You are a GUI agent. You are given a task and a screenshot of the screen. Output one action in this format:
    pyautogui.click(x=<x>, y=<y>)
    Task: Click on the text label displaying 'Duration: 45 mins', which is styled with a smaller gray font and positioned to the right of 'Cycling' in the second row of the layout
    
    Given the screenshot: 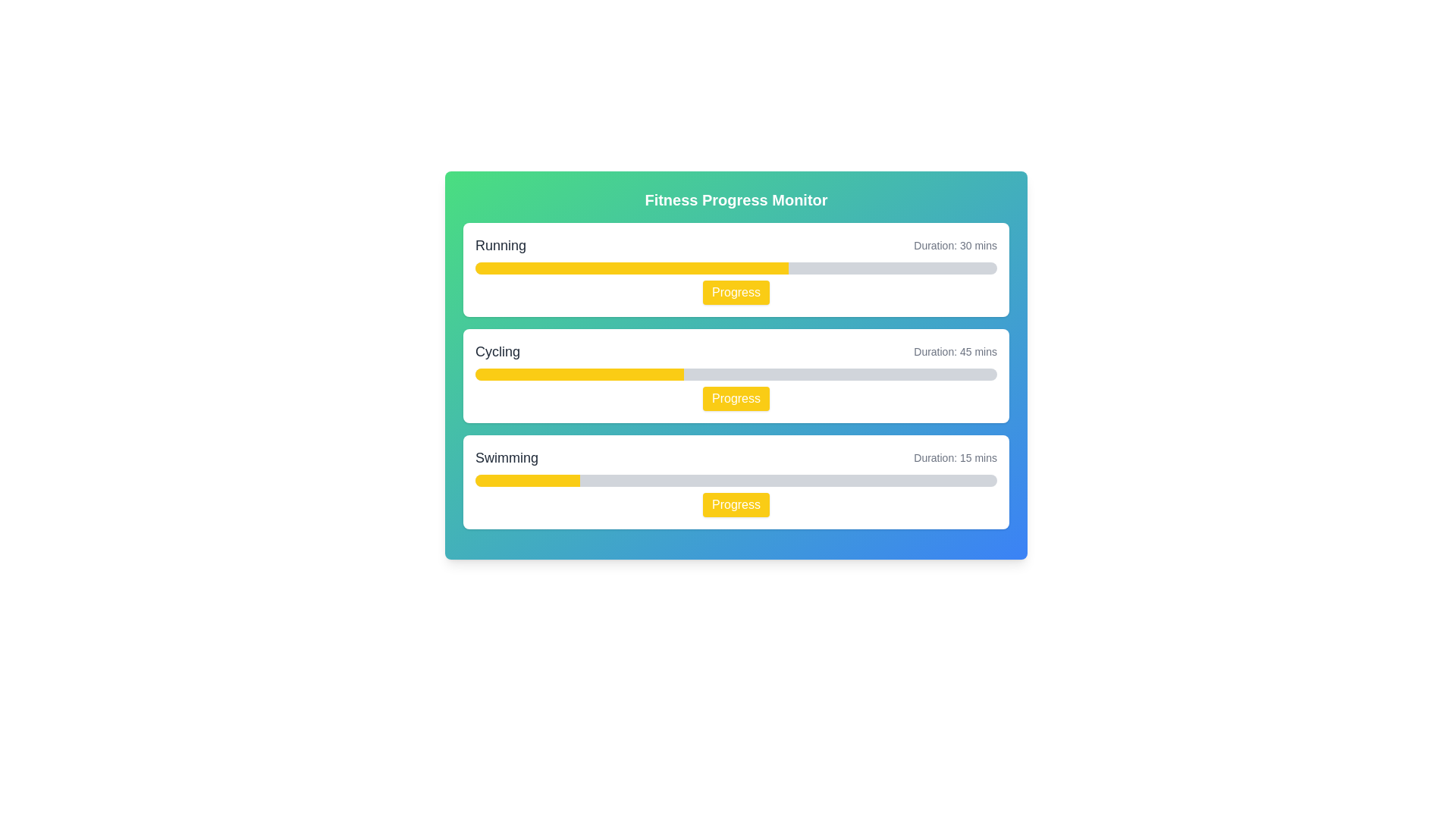 What is the action you would take?
    pyautogui.click(x=955, y=351)
    